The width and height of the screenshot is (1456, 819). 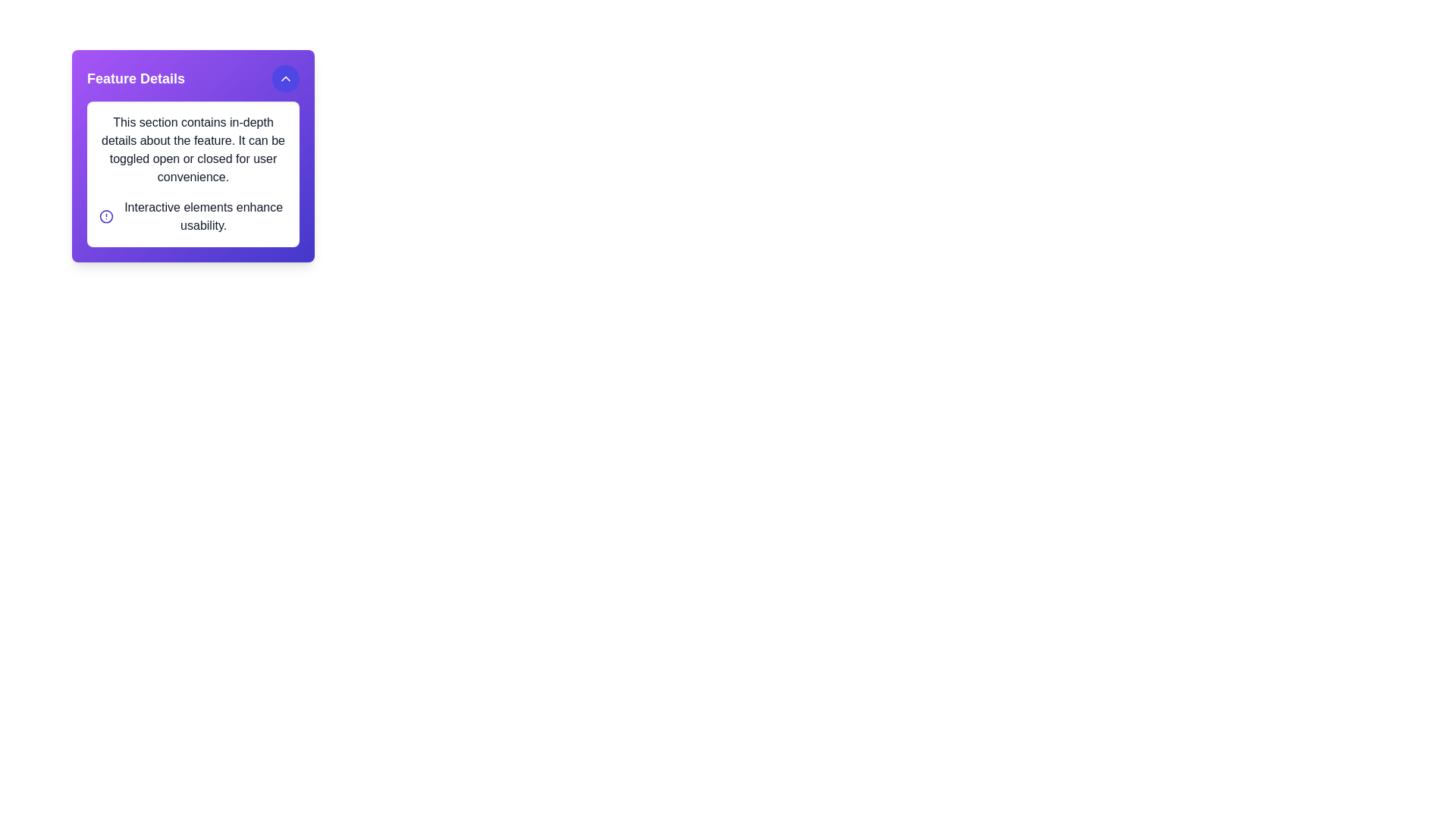 What do you see at coordinates (286, 79) in the screenshot?
I see `the circular button with an indigo background and a white upward-facing chevron icon located at the top-right corner of the 'Feature Details' card to trigger the hover effect` at bounding box center [286, 79].